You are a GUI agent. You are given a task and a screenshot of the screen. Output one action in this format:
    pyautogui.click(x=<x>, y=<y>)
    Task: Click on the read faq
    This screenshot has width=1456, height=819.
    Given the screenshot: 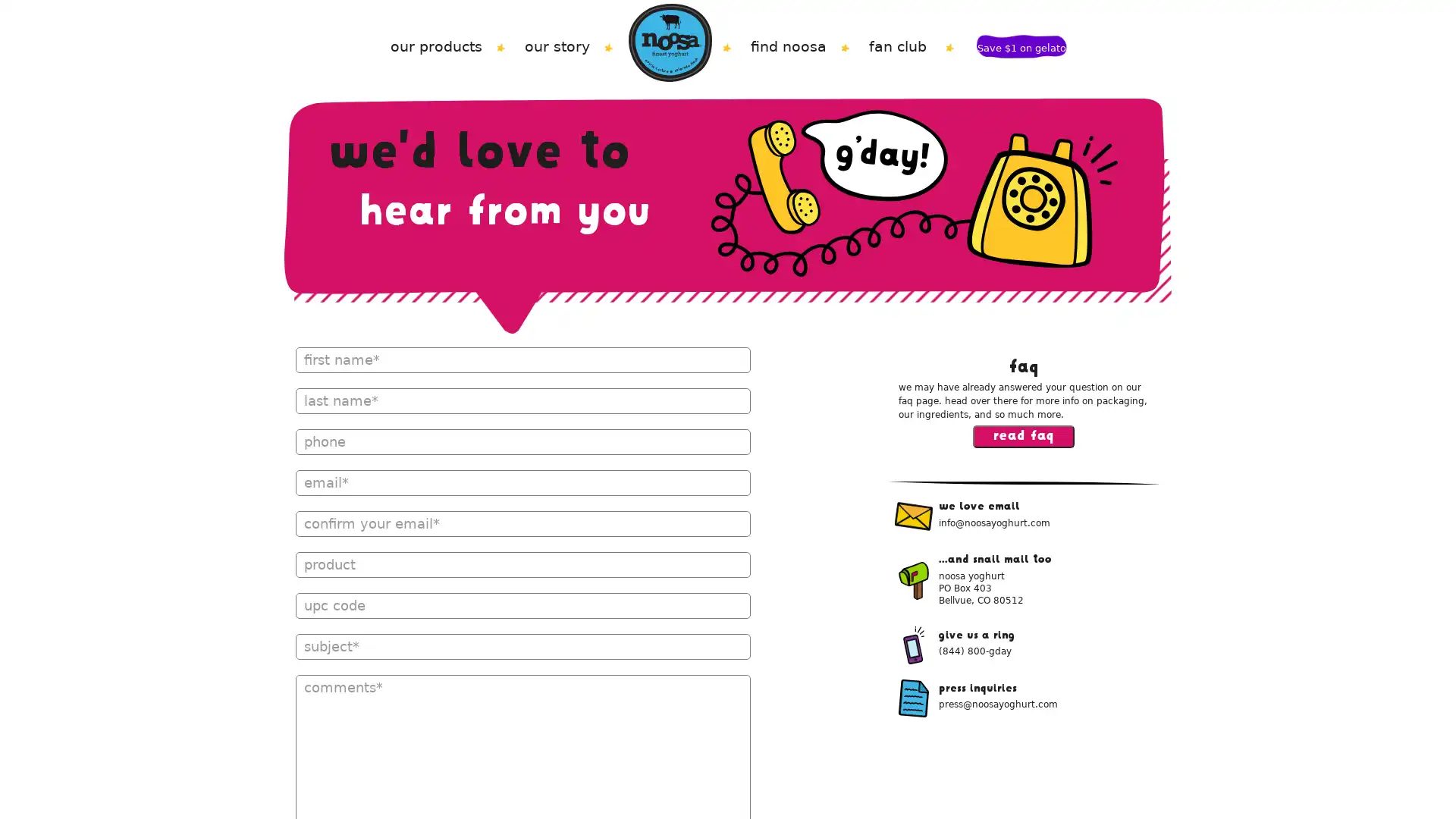 What is the action you would take?
    pyautogui.click(x=1023, y=436)
    